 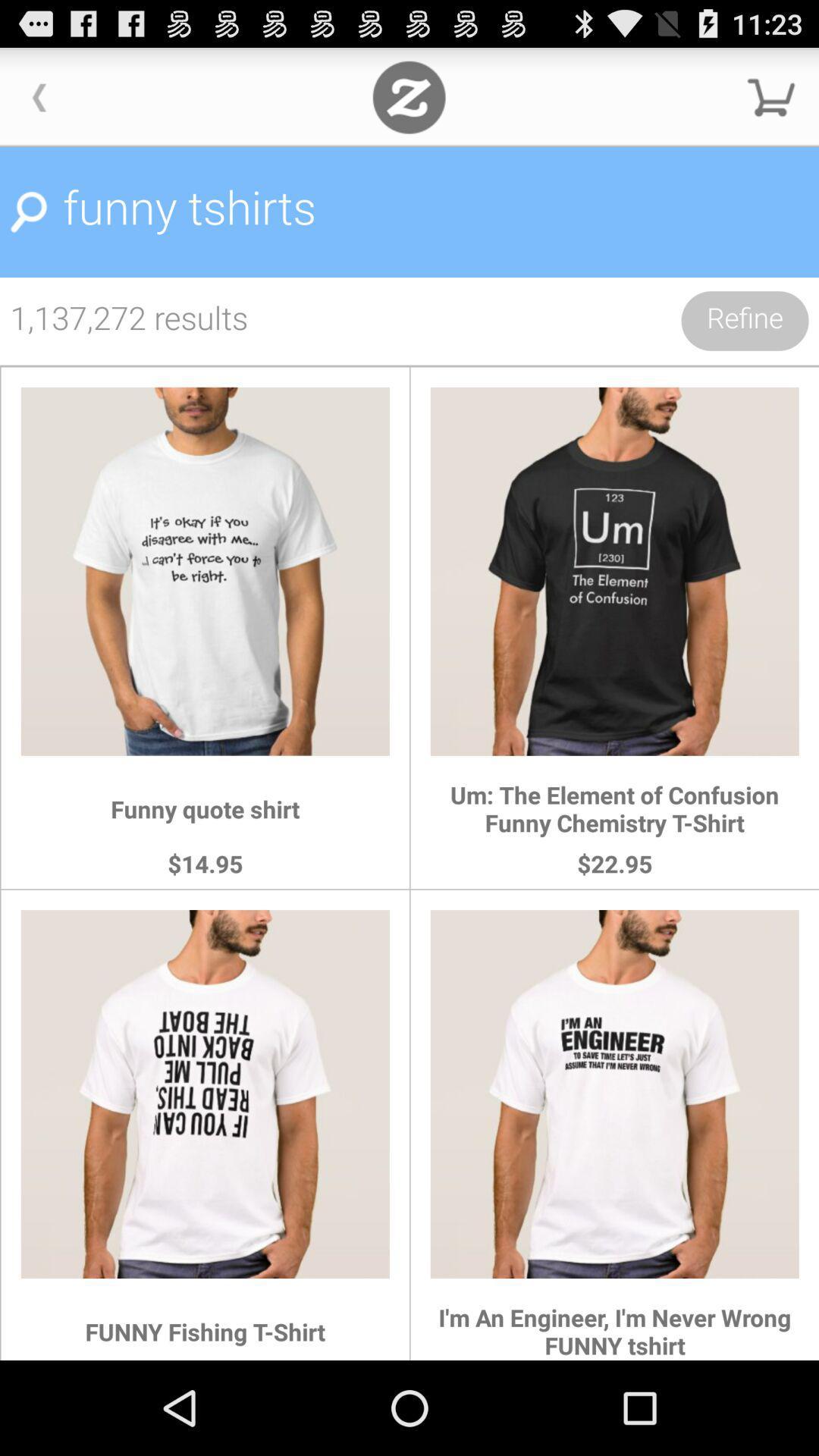 I want to click on the refine, so click(x=744, y=320).